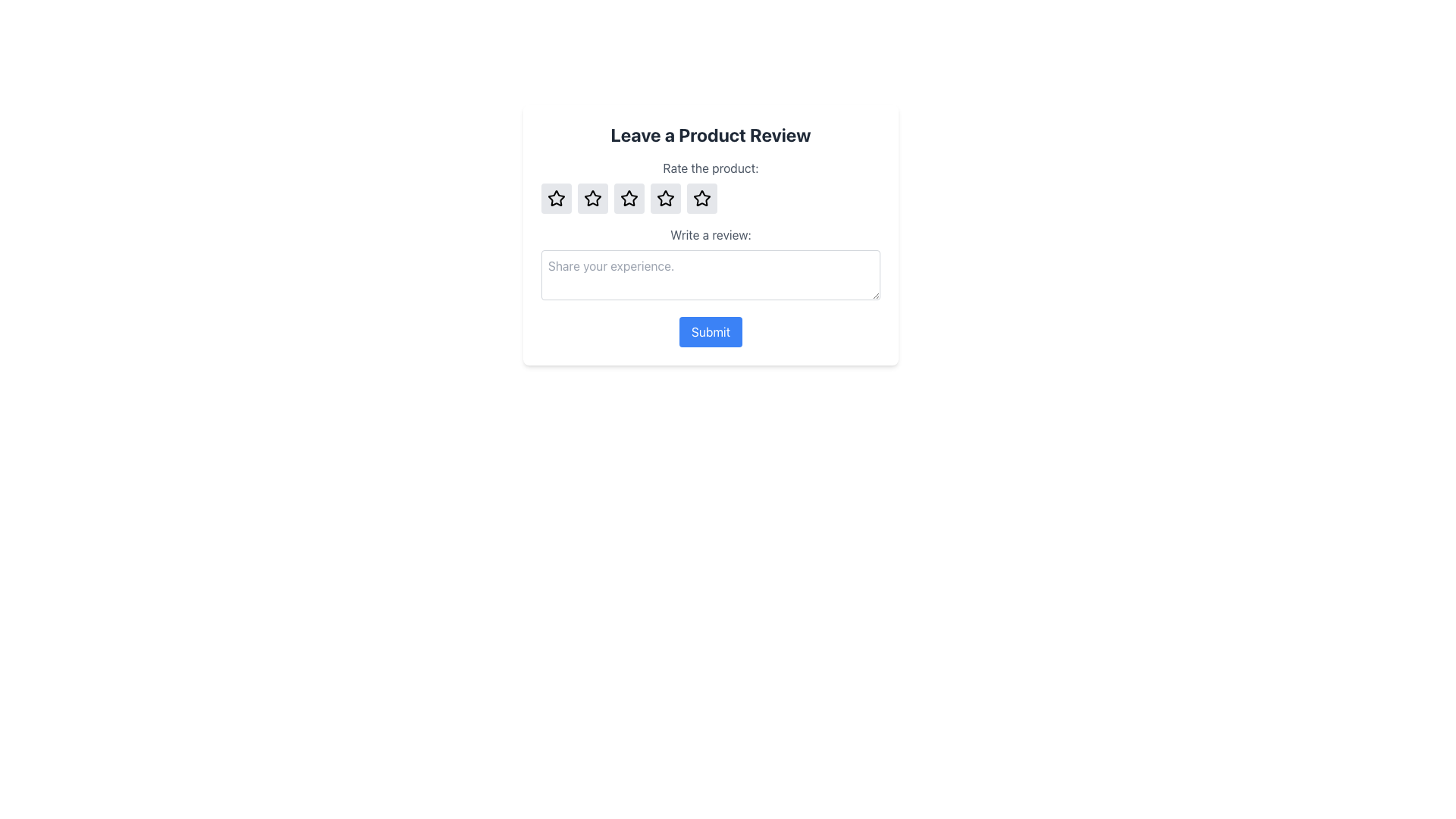 Image resolution: width=1456 pixels, height=819 pixels. What do you see at coordinates (710, 234) in the screenshot?
I see `the text element that reads 'Write a review:', which is styled in gray and located above the text input field in the form component` at bounding box center [710, 234].